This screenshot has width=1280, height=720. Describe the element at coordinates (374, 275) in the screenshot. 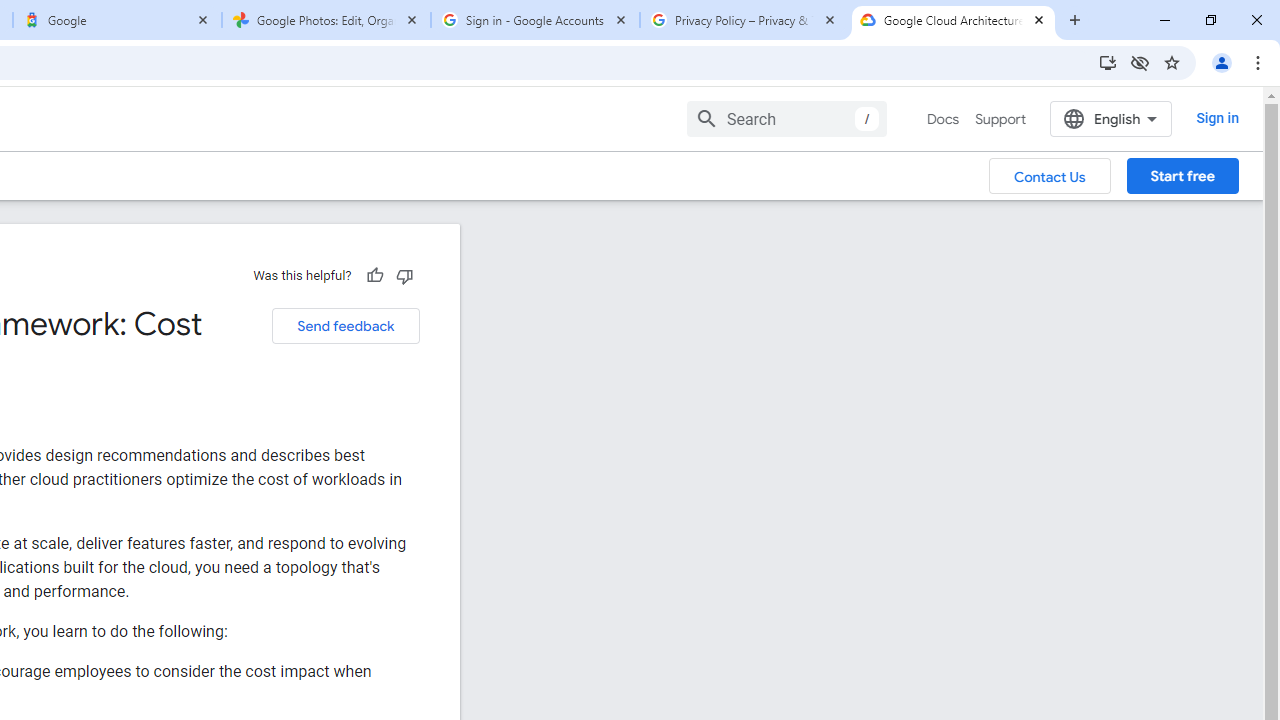

I see `'Helpful'` at that location.